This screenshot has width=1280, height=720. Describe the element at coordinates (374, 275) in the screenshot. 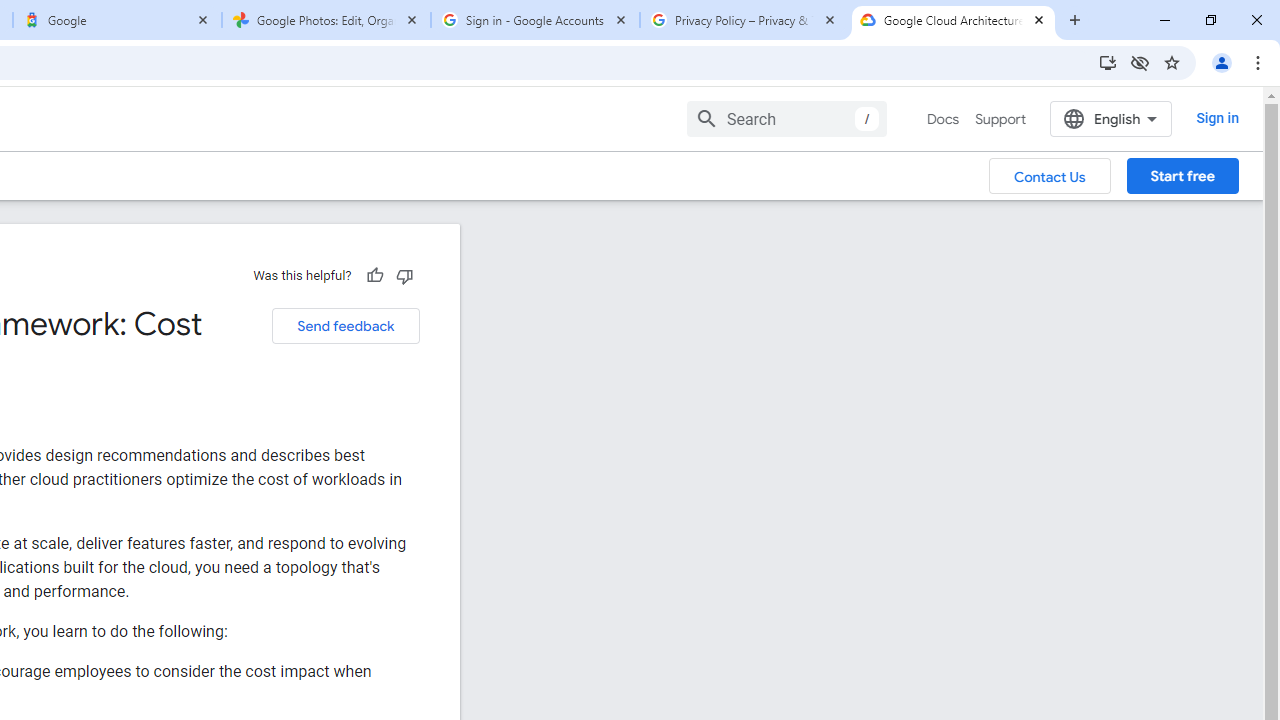

I see `'Helpful'` at that location.